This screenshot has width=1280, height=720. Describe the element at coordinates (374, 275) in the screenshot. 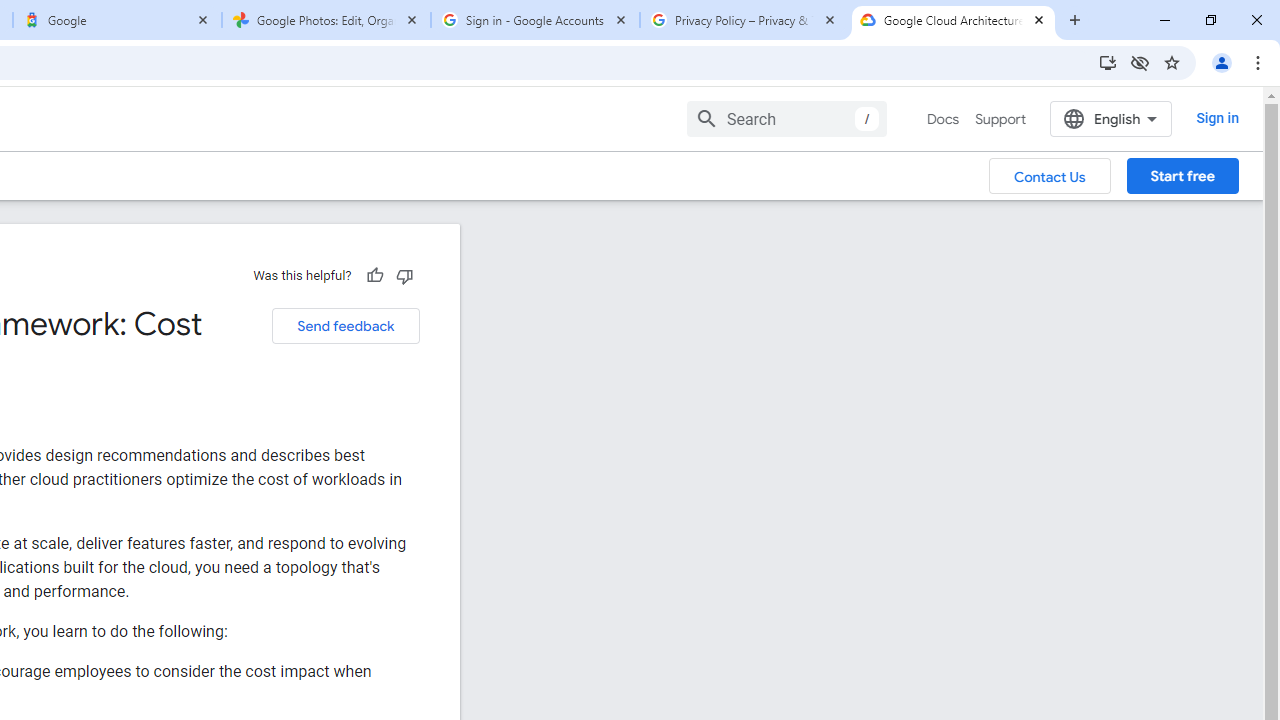

I see `'Helpful'` at that location.